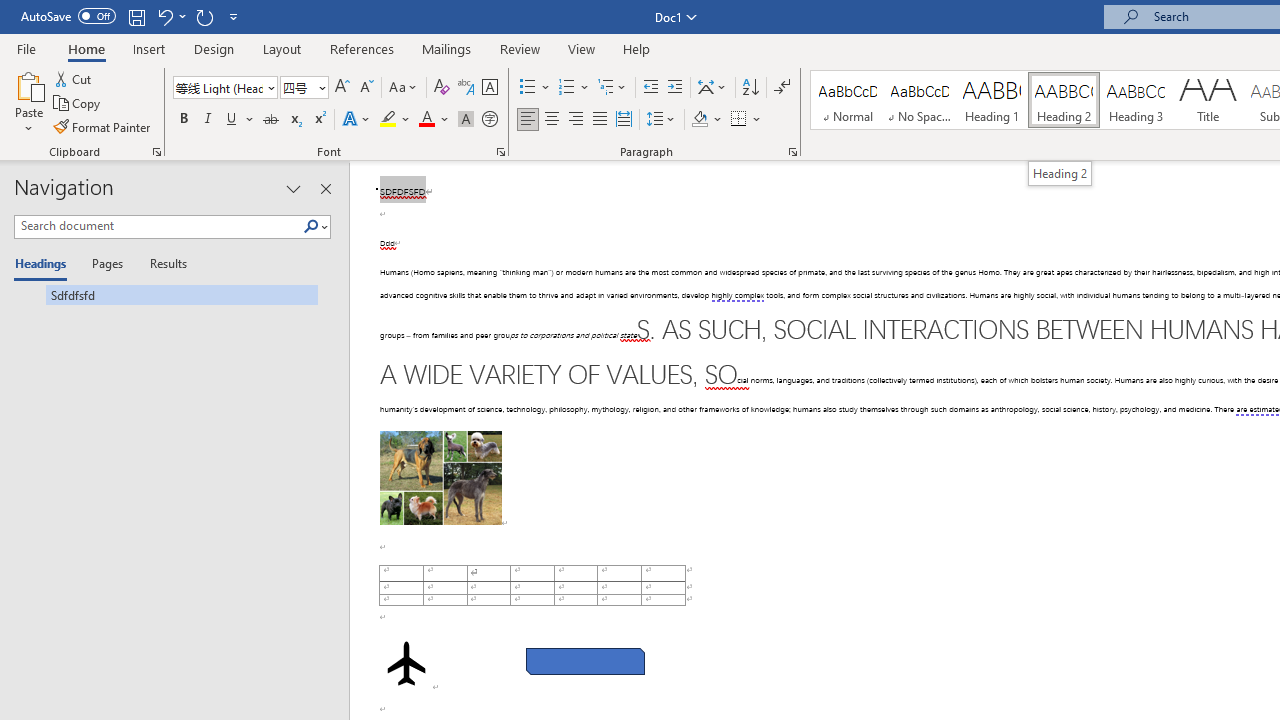  What do you see at coordinates (357, 119) in the screenshot?
I see `'Text Effects and Typography'` at bounding box center [357, 119].